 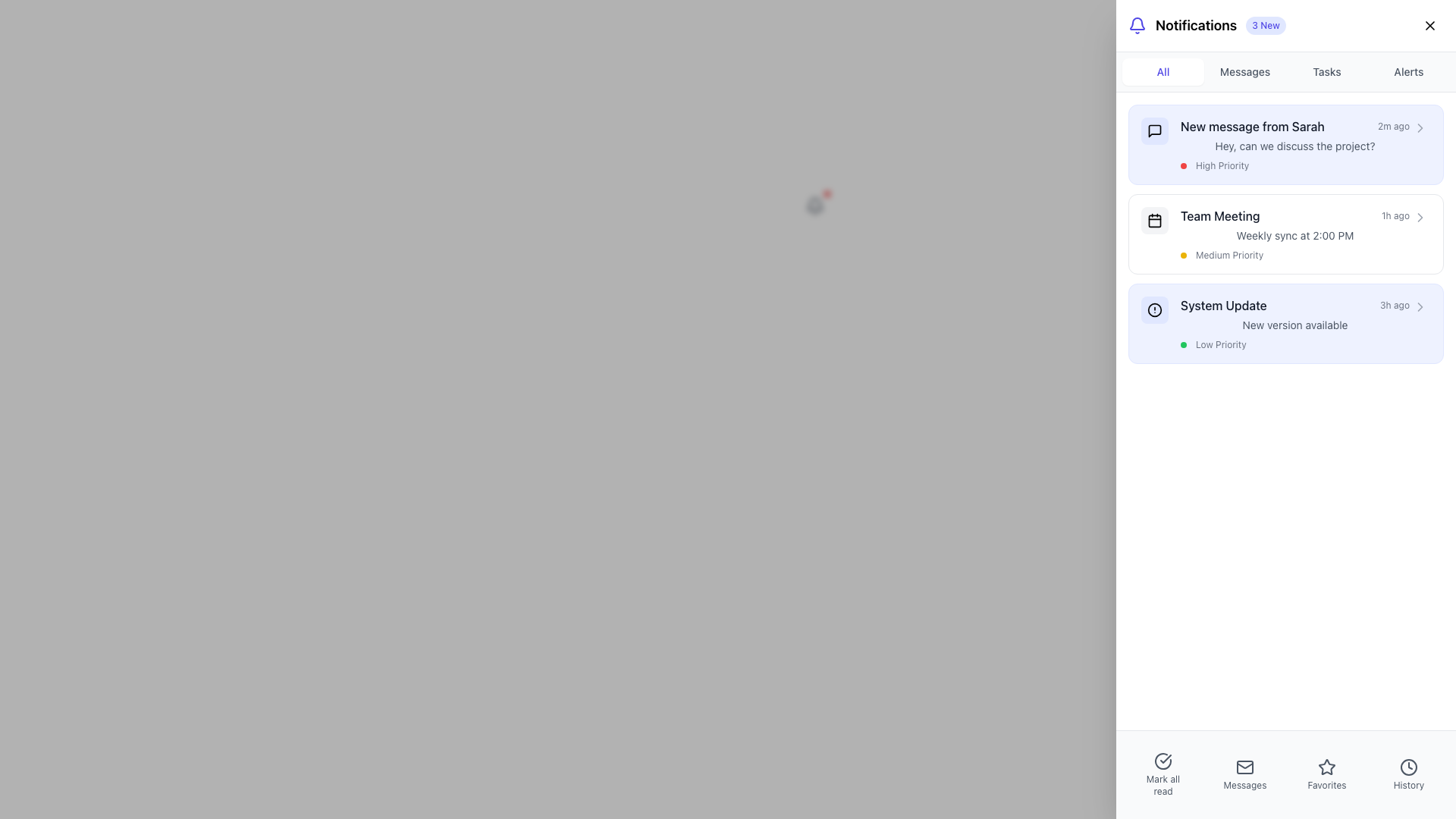 What do you see at coordinates (1326, 767) in the screenshot?
I see `the star-shaped icon button in the interactive menu system` at bounding box center [1326, 767].